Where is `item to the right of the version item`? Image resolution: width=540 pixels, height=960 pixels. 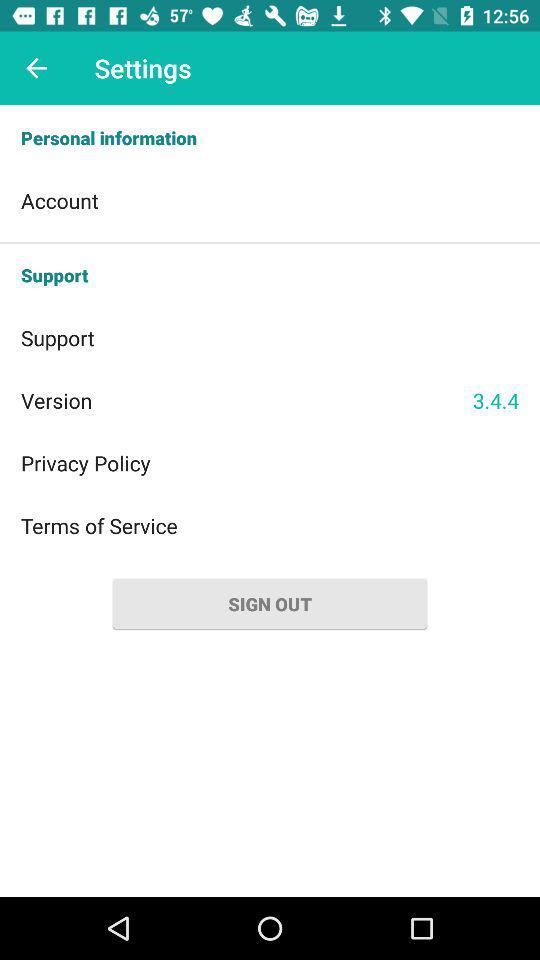
item to the right of the version item is located at coordinates (494, 399).